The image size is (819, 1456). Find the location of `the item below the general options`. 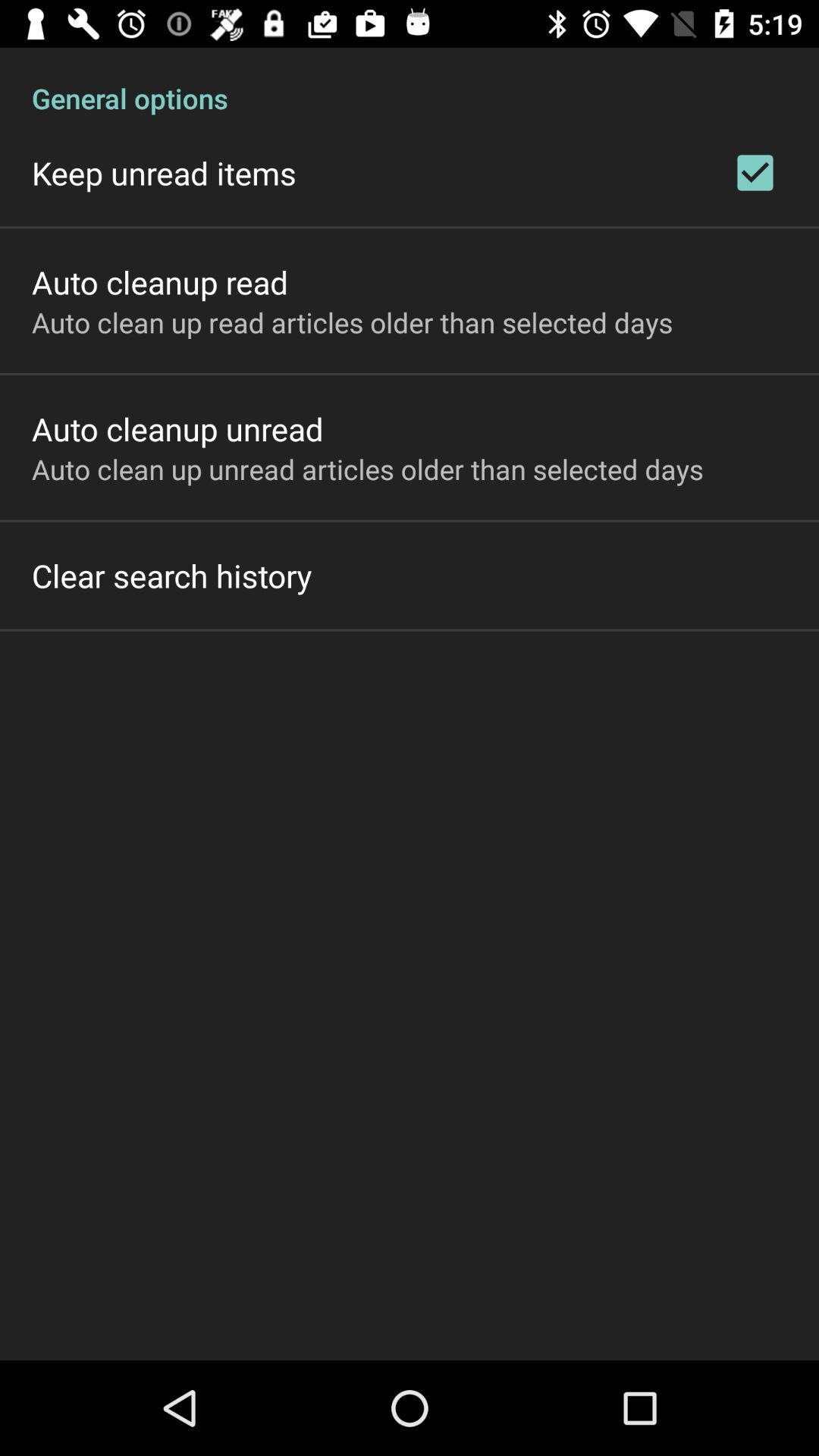

the item below the general options is located at coordinates (164, 173).